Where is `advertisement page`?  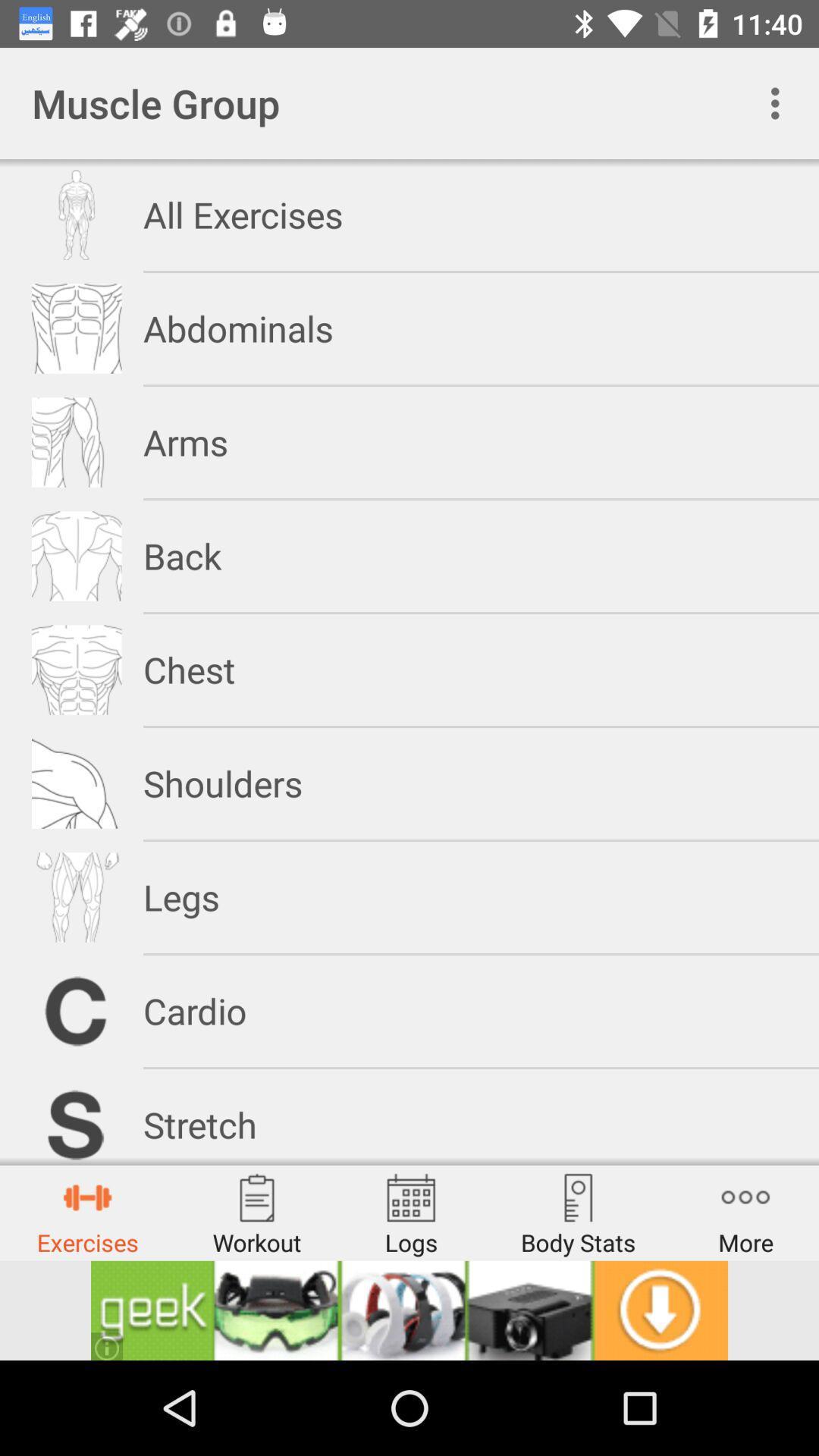 advertisement page is located at coordinates (409, 1310).